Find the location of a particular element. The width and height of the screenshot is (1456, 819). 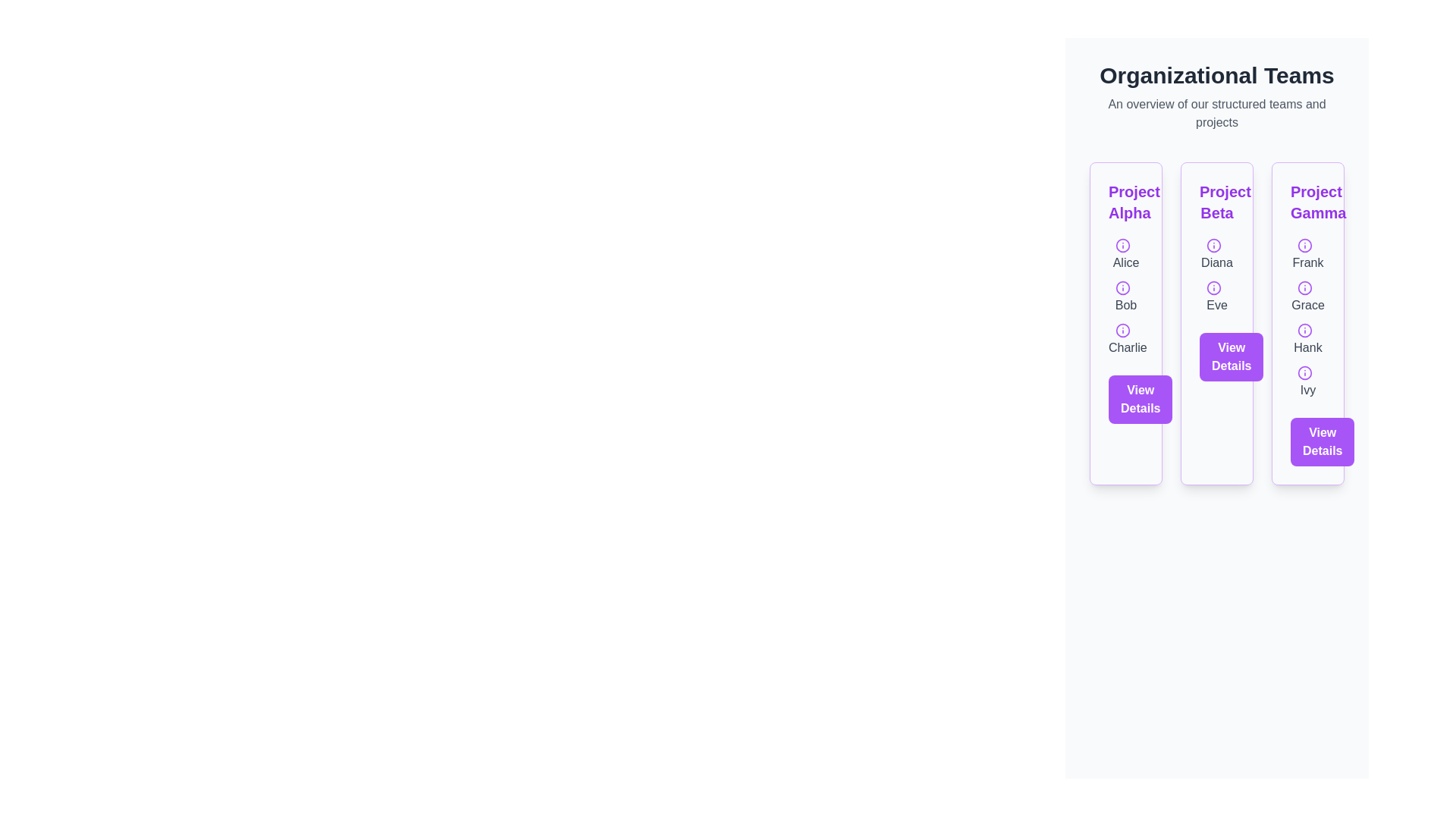

the purple circular Informational Icon with an 'info' symbol located next to 'Bob' in the user list under 'Project Alpha' is located at coordinates (1123, 287).